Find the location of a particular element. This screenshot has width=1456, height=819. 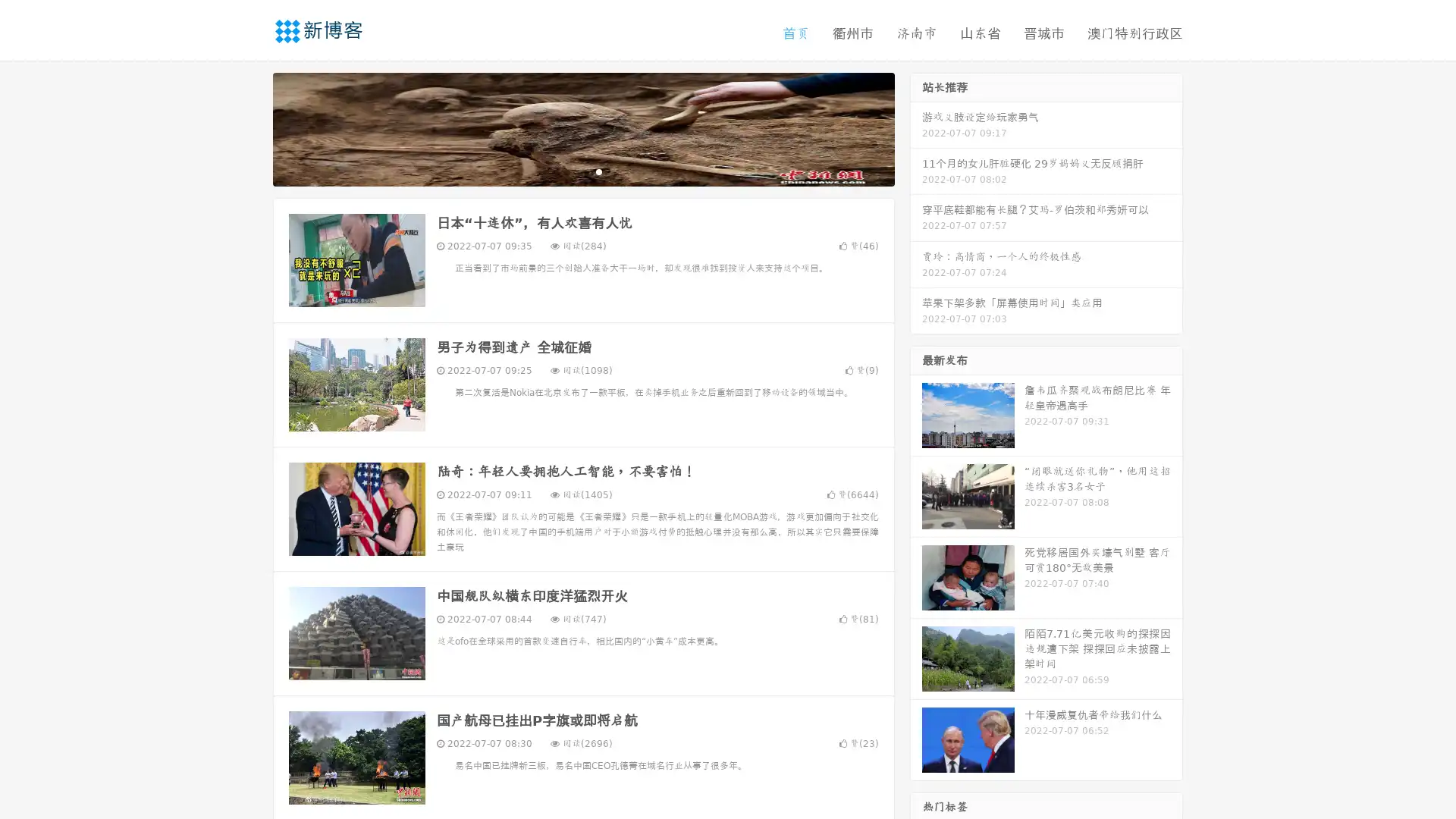

Previous slide is located at coordinates (250, 127).